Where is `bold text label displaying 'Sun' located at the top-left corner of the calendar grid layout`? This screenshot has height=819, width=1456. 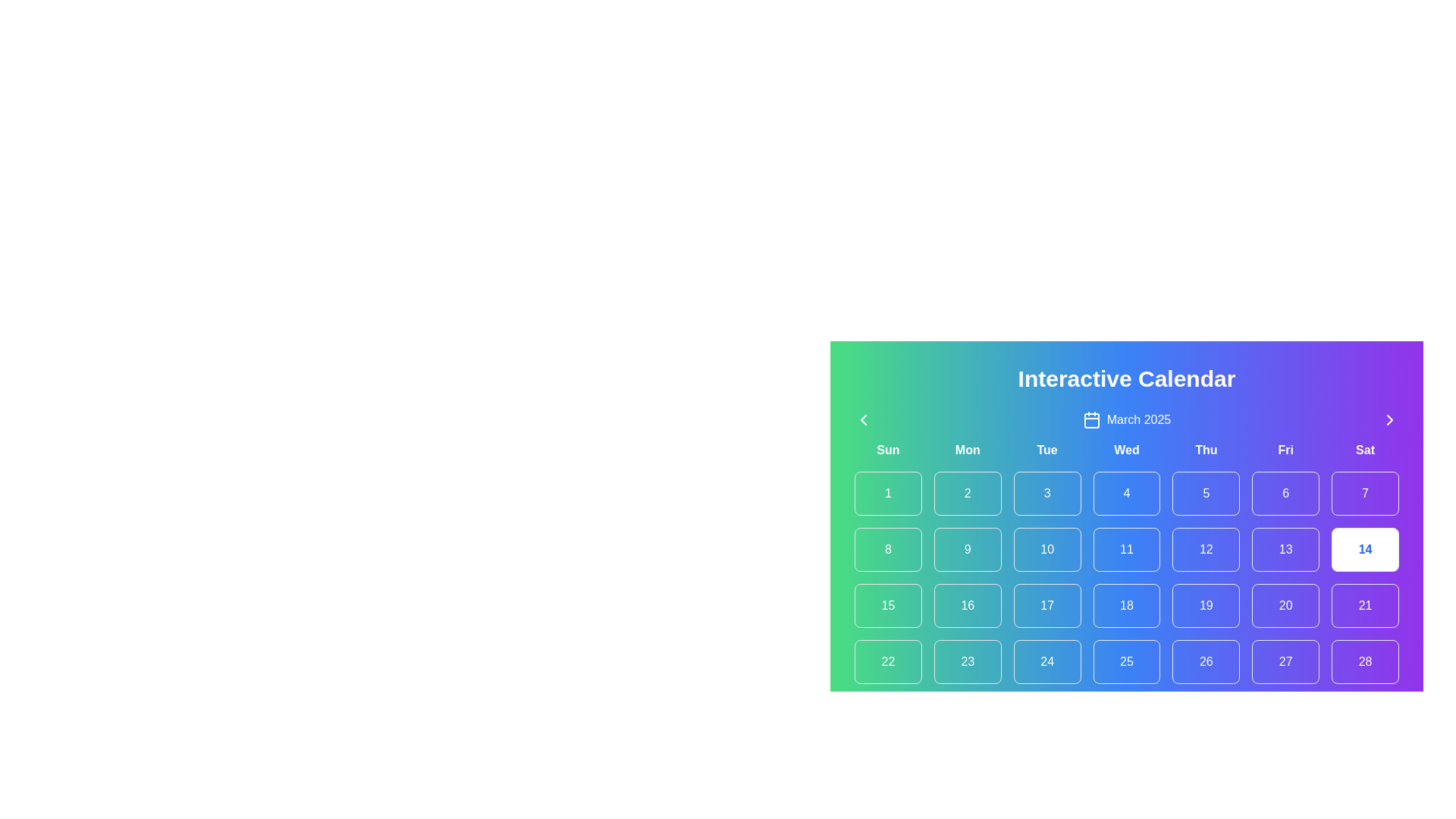
bold text label displaying 'Sun' located at the top-left corner of the calendar grid layout is located at coordinates (888, 450).